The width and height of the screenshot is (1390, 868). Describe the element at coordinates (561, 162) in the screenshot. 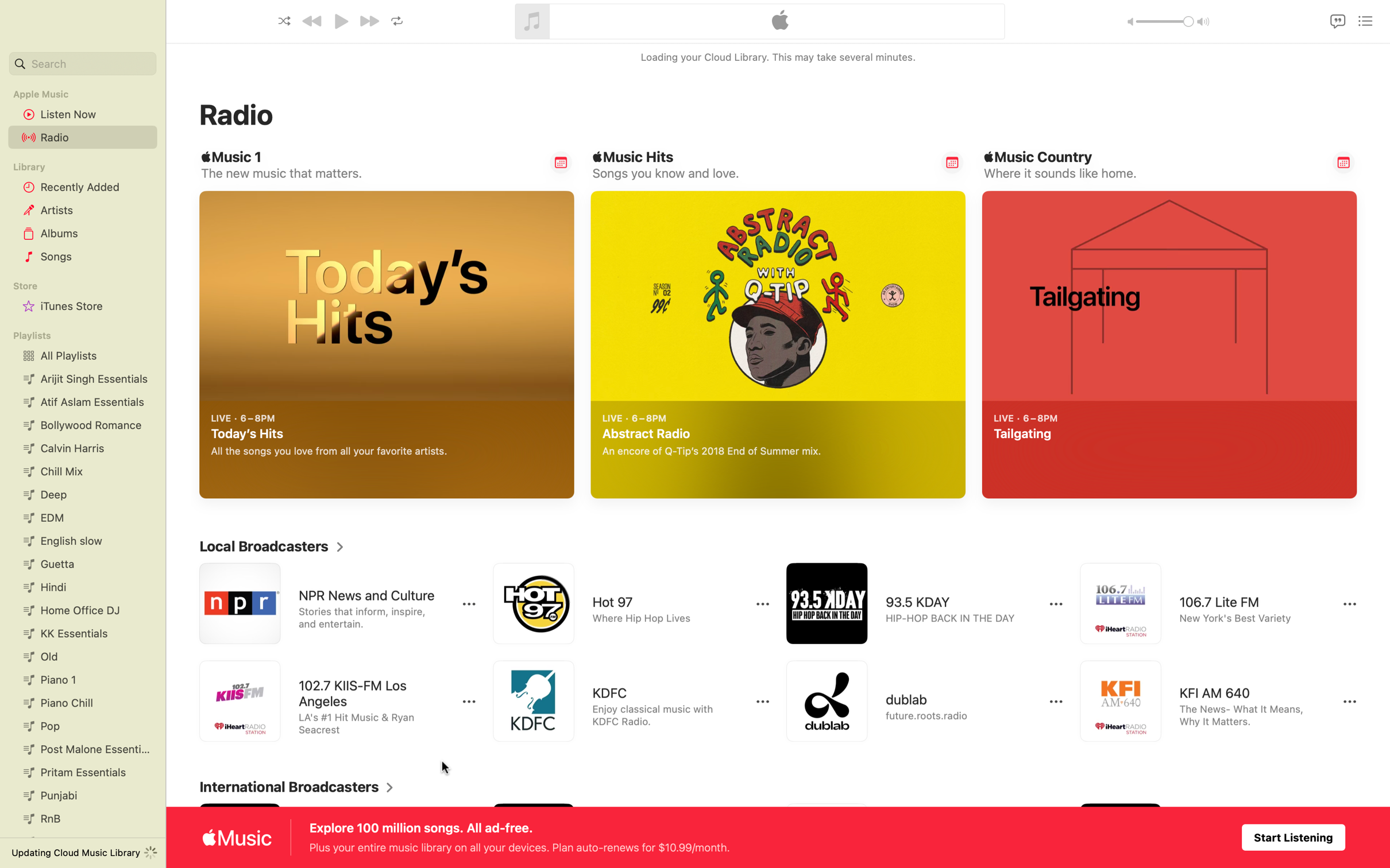

I see `an alert for the audio file labelled "Music 1` at that location.